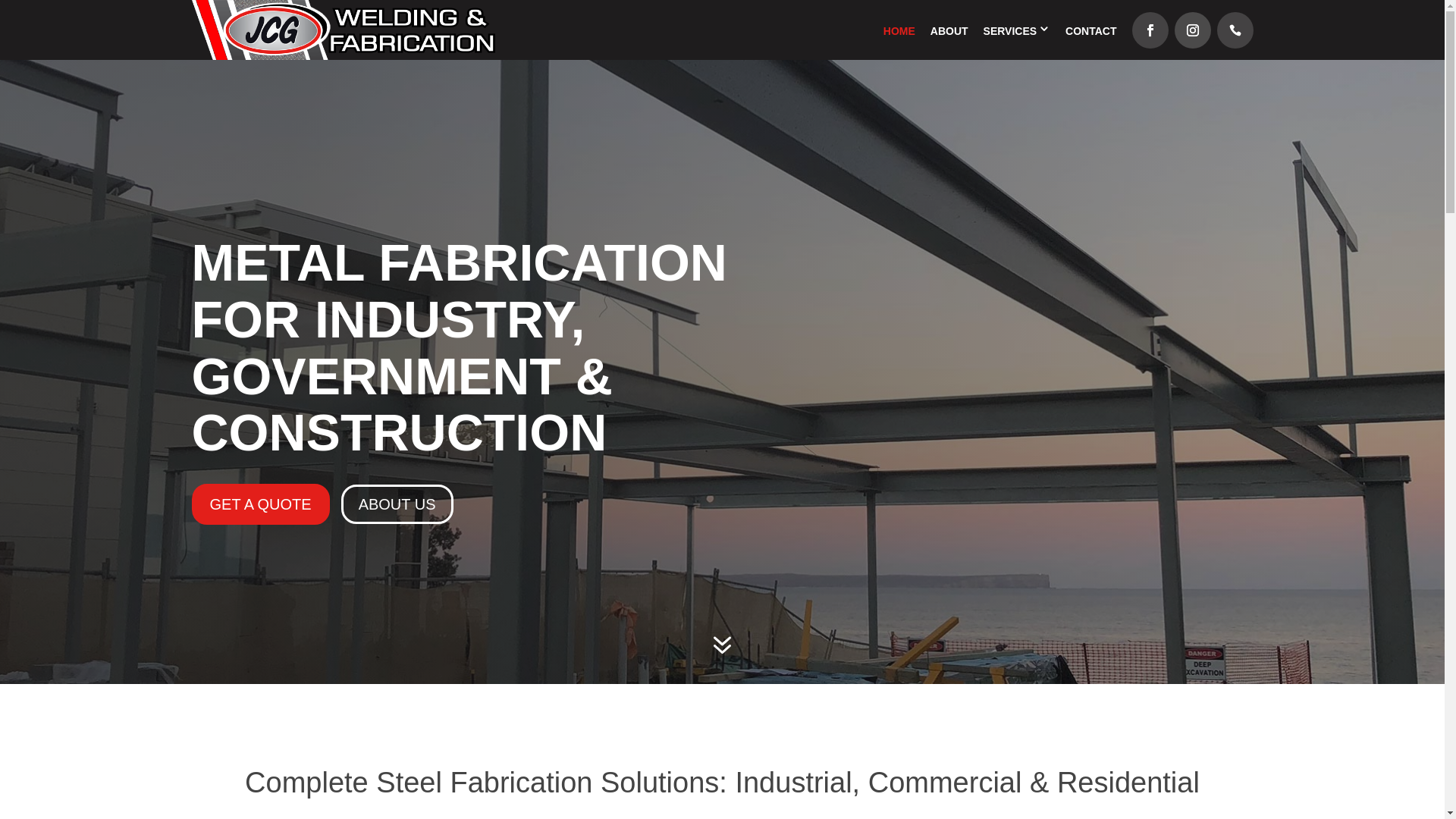  I want to click on 'HOME', so click(899, 31).